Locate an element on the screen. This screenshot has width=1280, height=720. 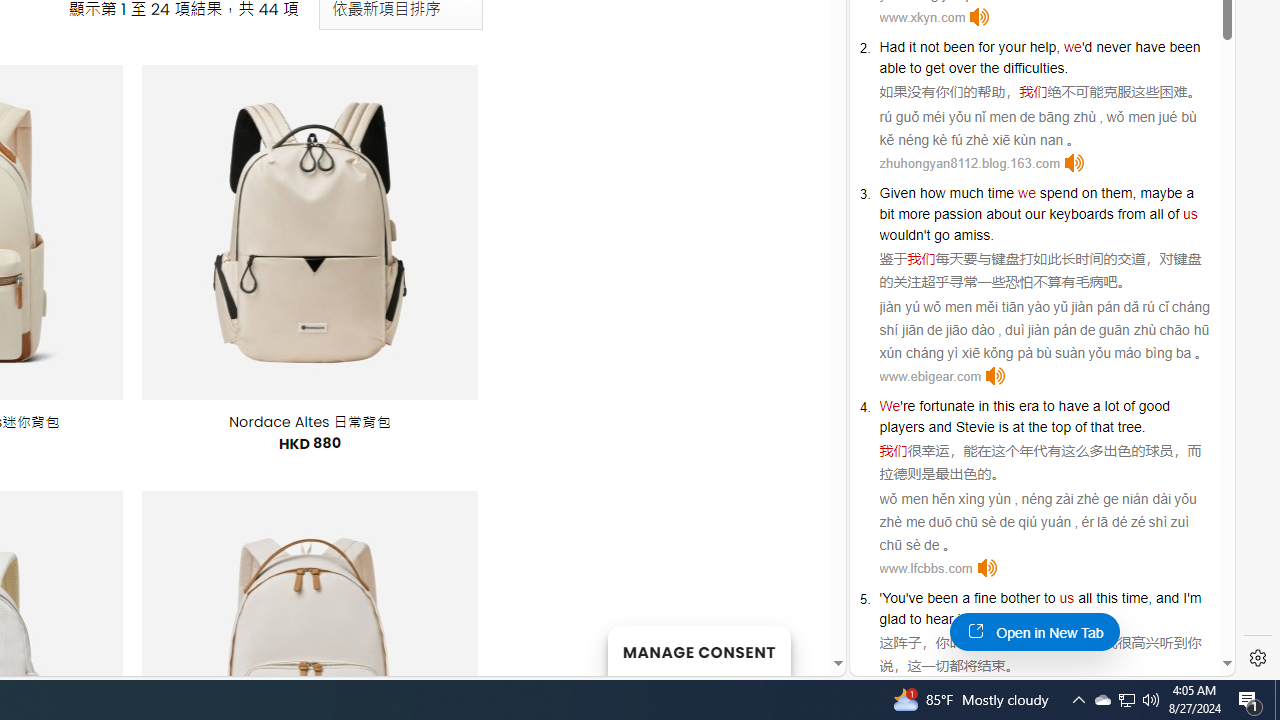
'this' is located at coordinates (1105, 596).